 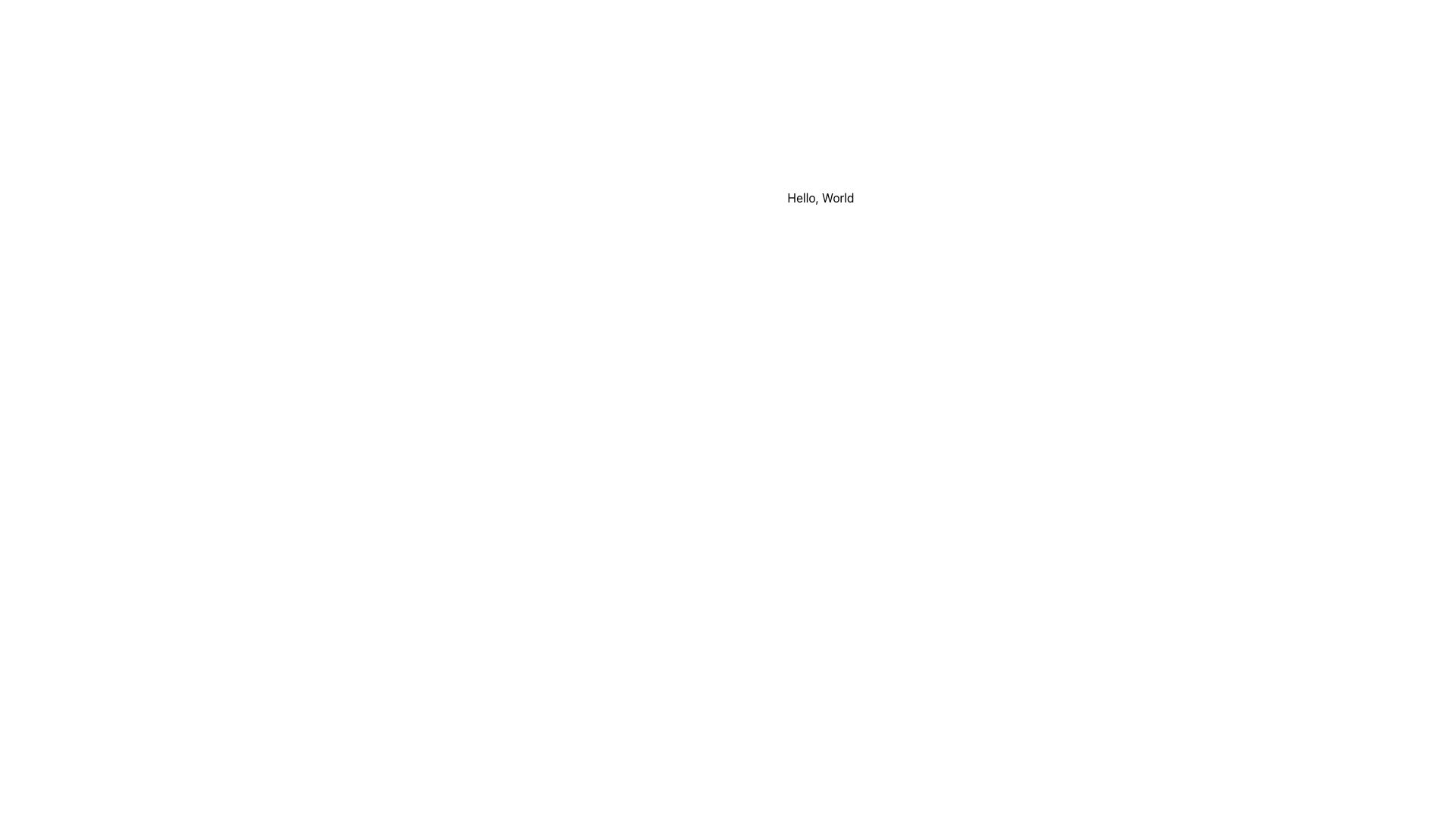 What do you see at coordinates (820, 197) in the screenshot?
I see `the static text label that greets the user` at bounding box center [820, 197].